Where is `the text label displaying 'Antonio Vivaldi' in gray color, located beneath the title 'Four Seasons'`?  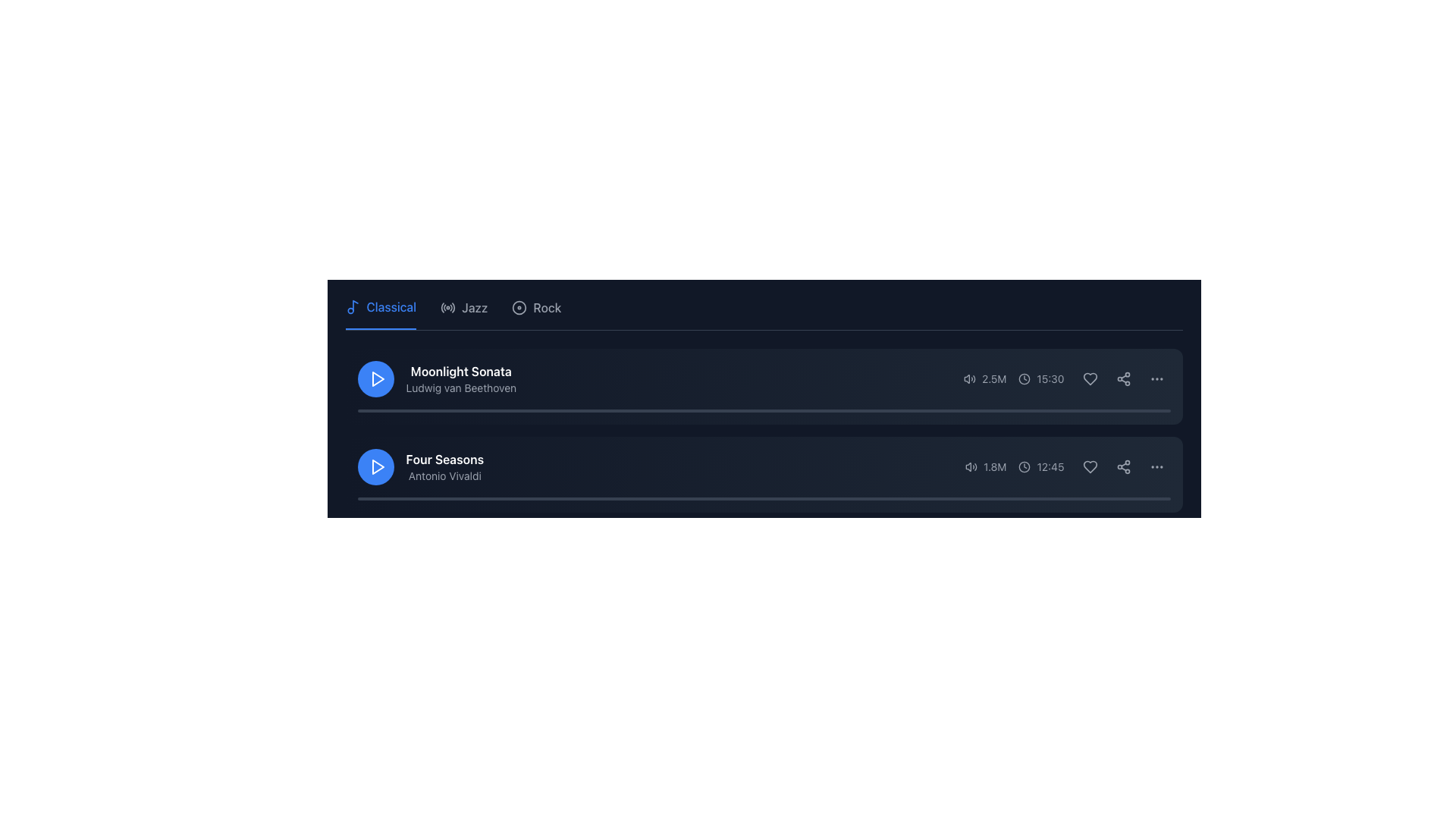 the text label displaying 'Antonio Vivaldi' in gray color, located beneath the title 'Four Seasons' is located at coordinates (444, 475).